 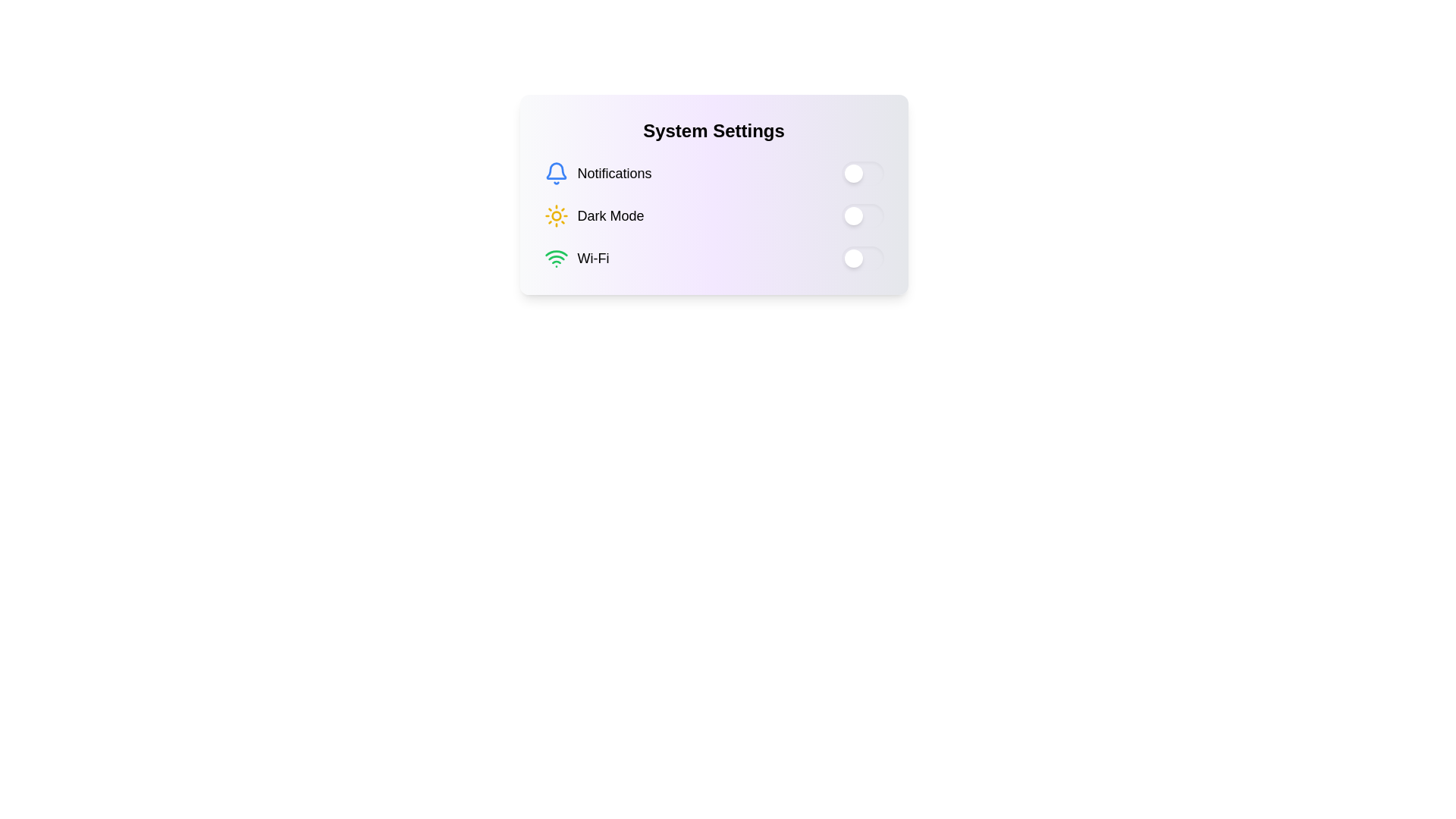 What do you see at coordinates (614, 172) in the screenshot?
I see `styling or text content of the 'Notifications' text label, which is bold and large, located in the settings interface, aligned to the right of a bell icon` at bounding box center [614, 172].